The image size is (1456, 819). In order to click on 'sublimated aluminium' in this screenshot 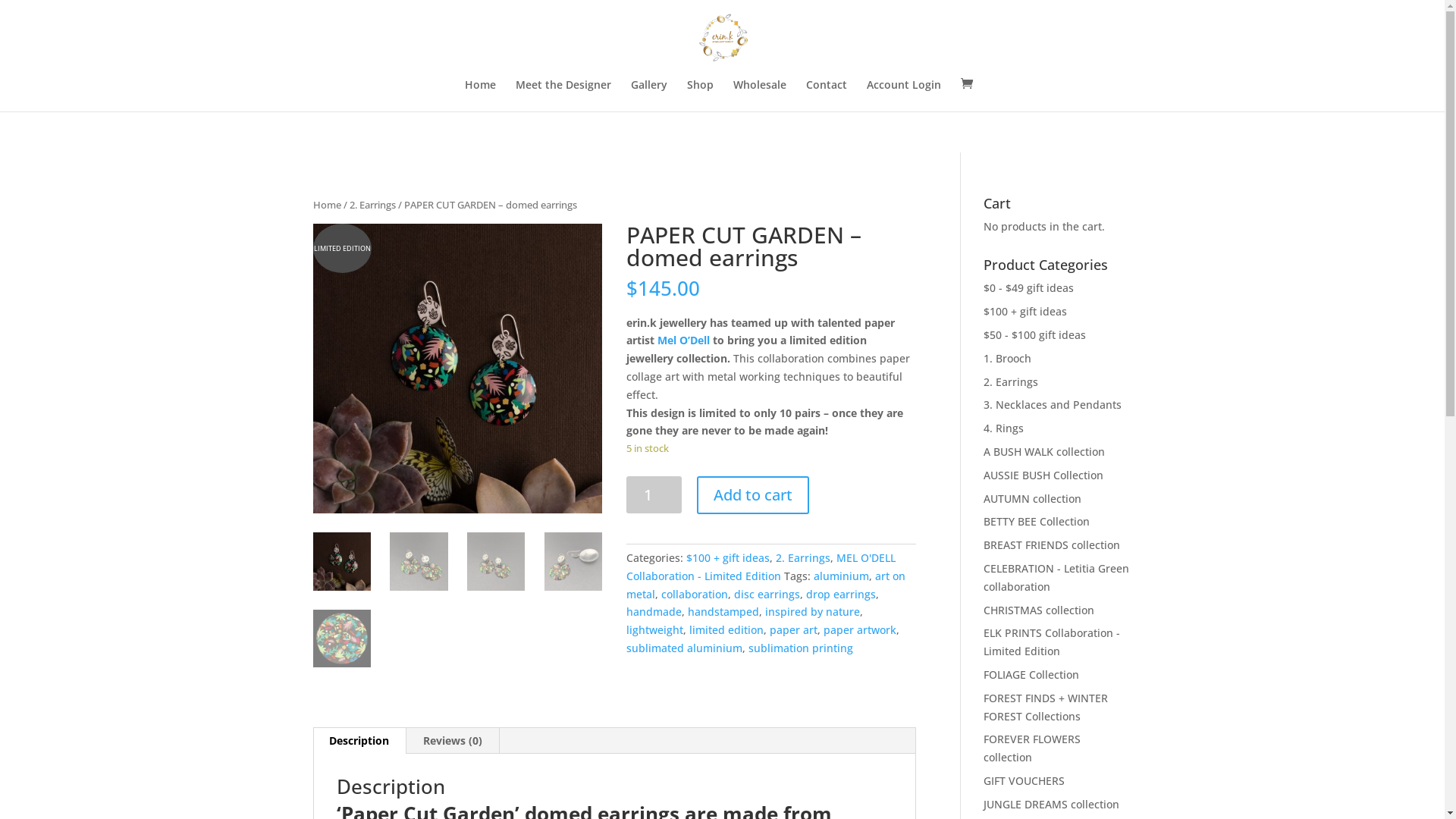, I will do `click(683, 648)`.